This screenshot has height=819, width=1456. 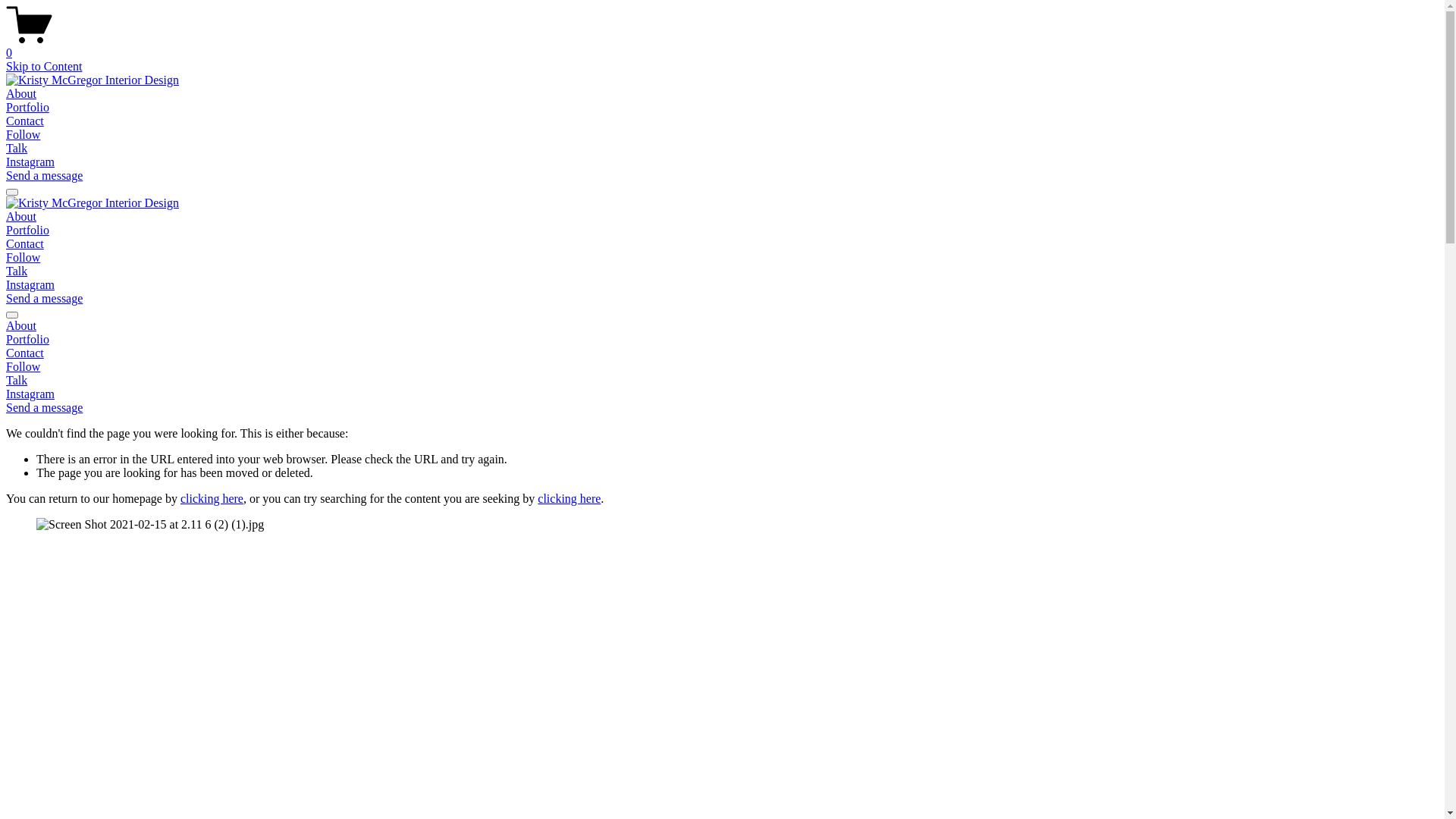 What do you see at coordinates (30, 393) in the screenshot?
I see `'Instagram'` at bounding box center [30, 393].